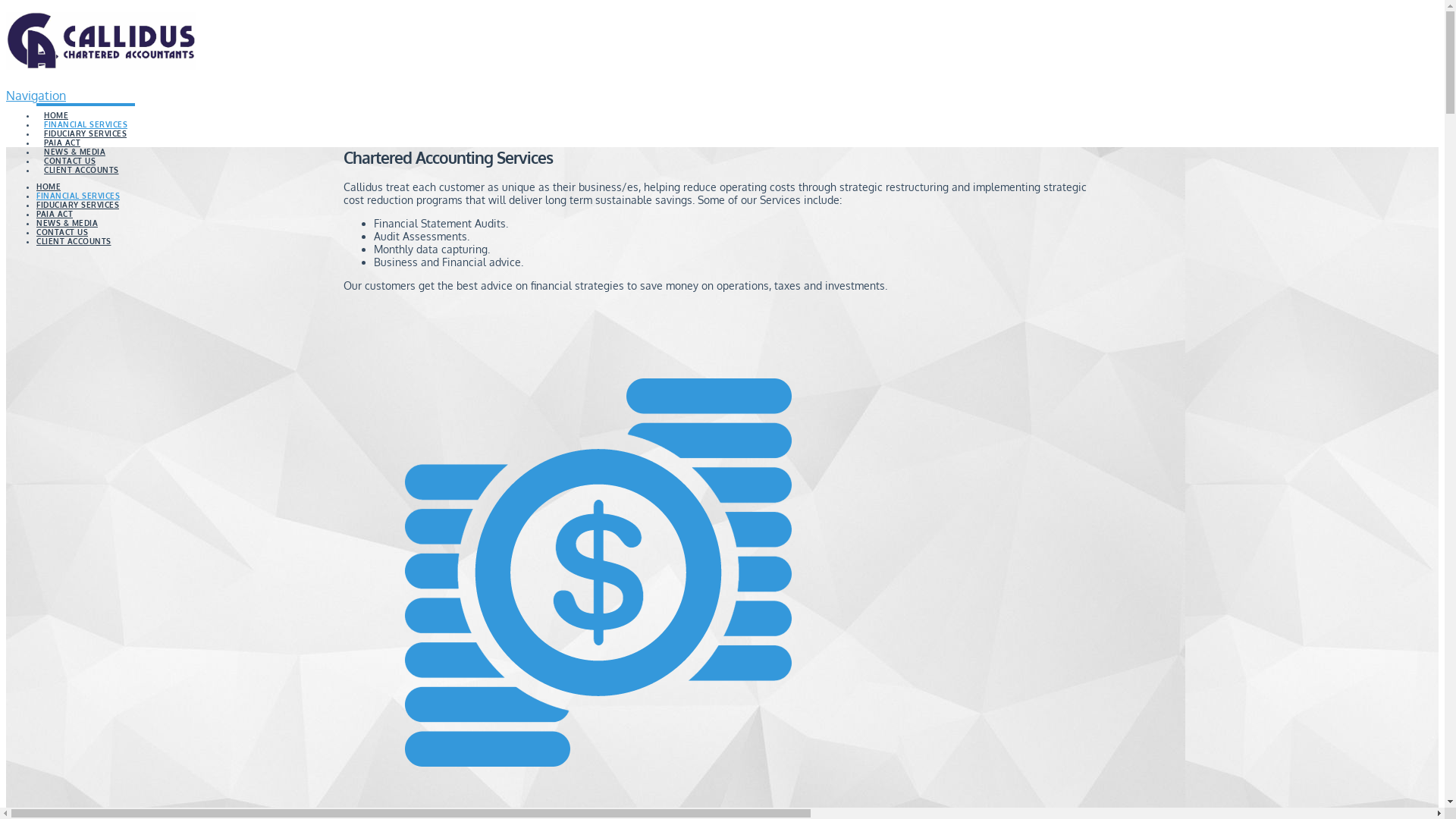 This screenshot has width=1456, height=819. Describe the element at coordinates (36, 96) in the screenshot. I see `'Navigation'` at that location.